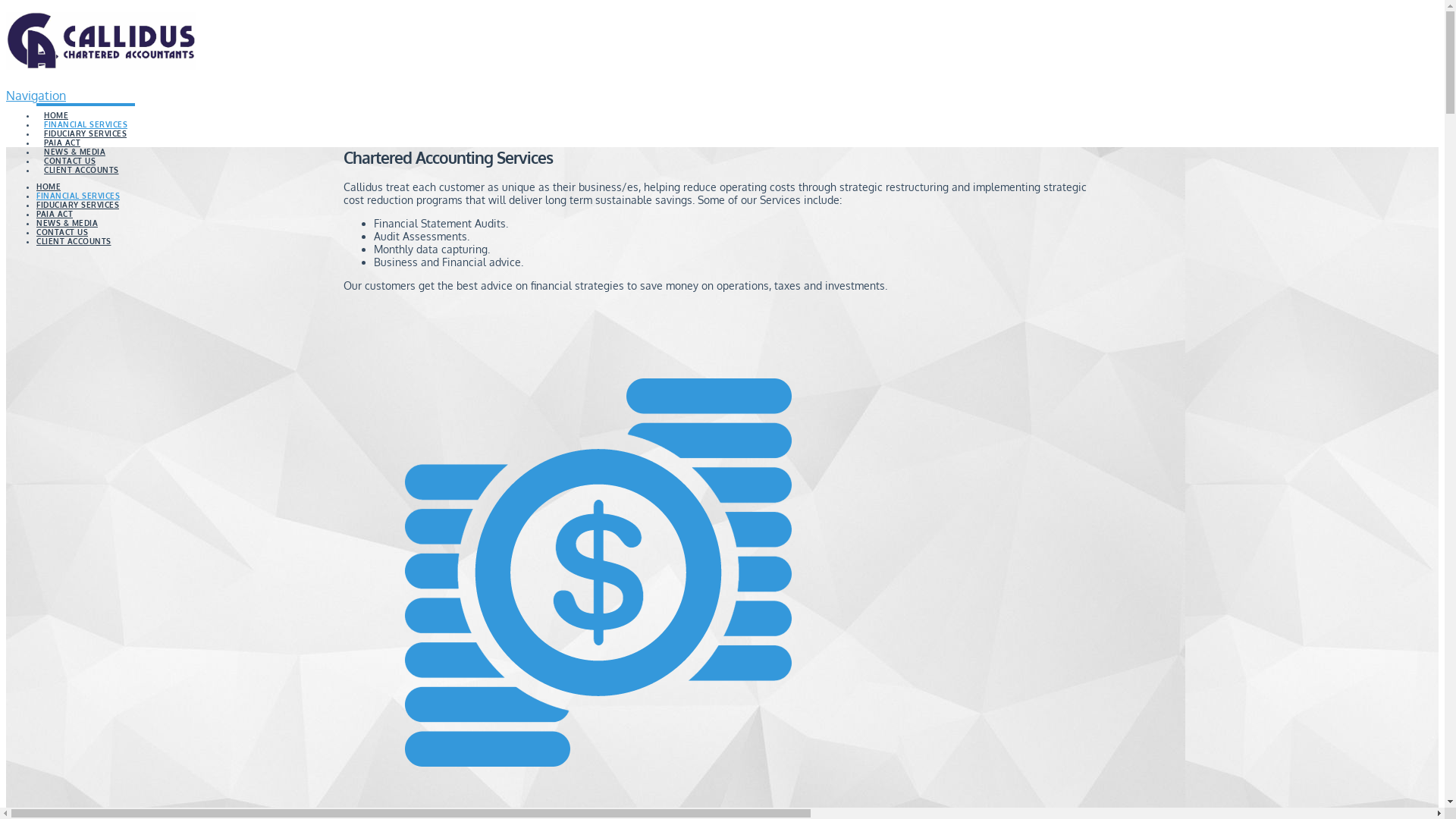 This screenshot has width=1456, height=819. Describe the element at coordinates (36, 96) in the screenshot. I see `'Navigation'` at that location.